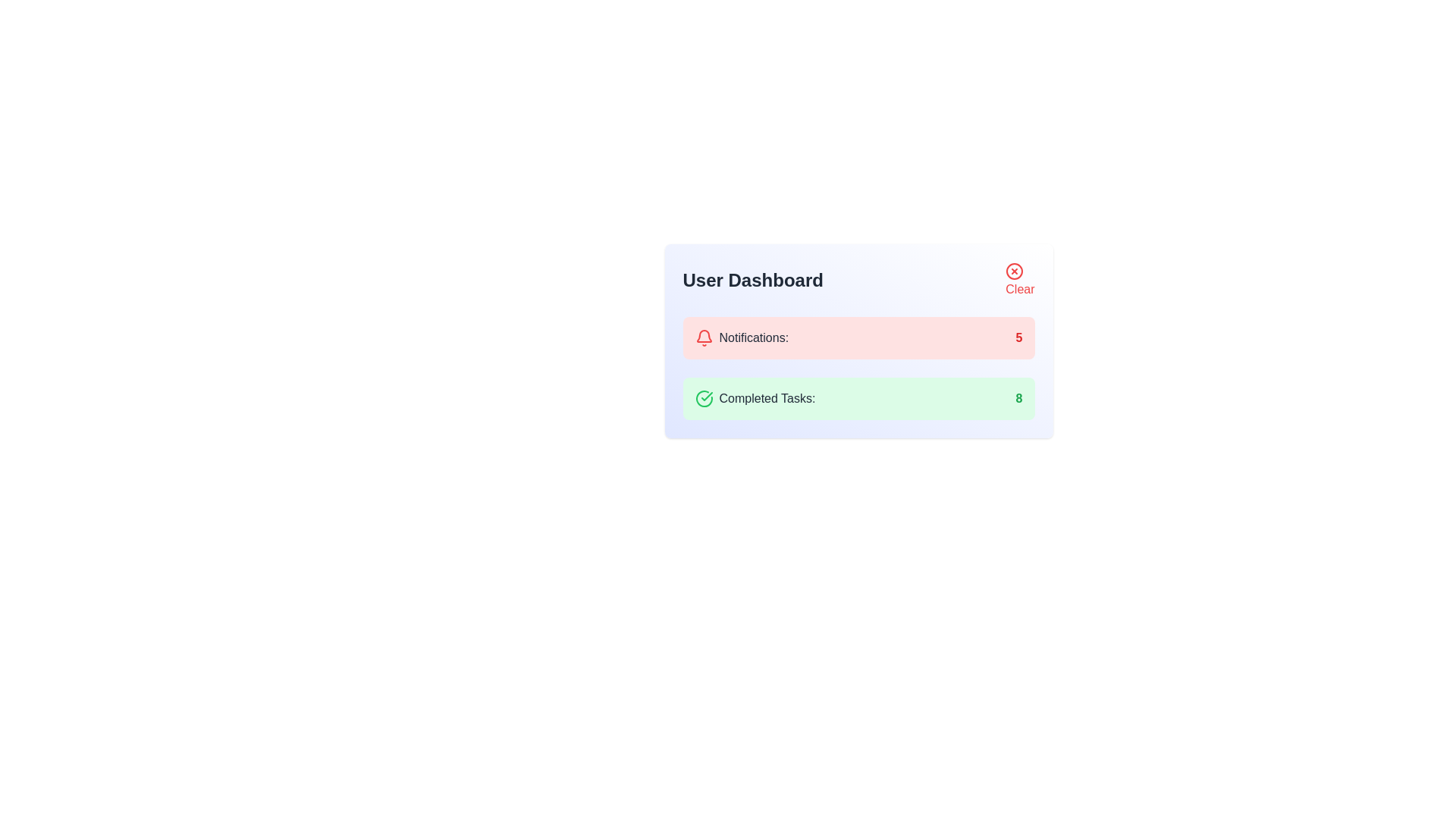  Describe the element at coordinates (1015, 271) in the screenshot. I see `the circular frame icon located at the top-right corner of the User Dashboard section, which likely represents a close or dismiss action` at that location.